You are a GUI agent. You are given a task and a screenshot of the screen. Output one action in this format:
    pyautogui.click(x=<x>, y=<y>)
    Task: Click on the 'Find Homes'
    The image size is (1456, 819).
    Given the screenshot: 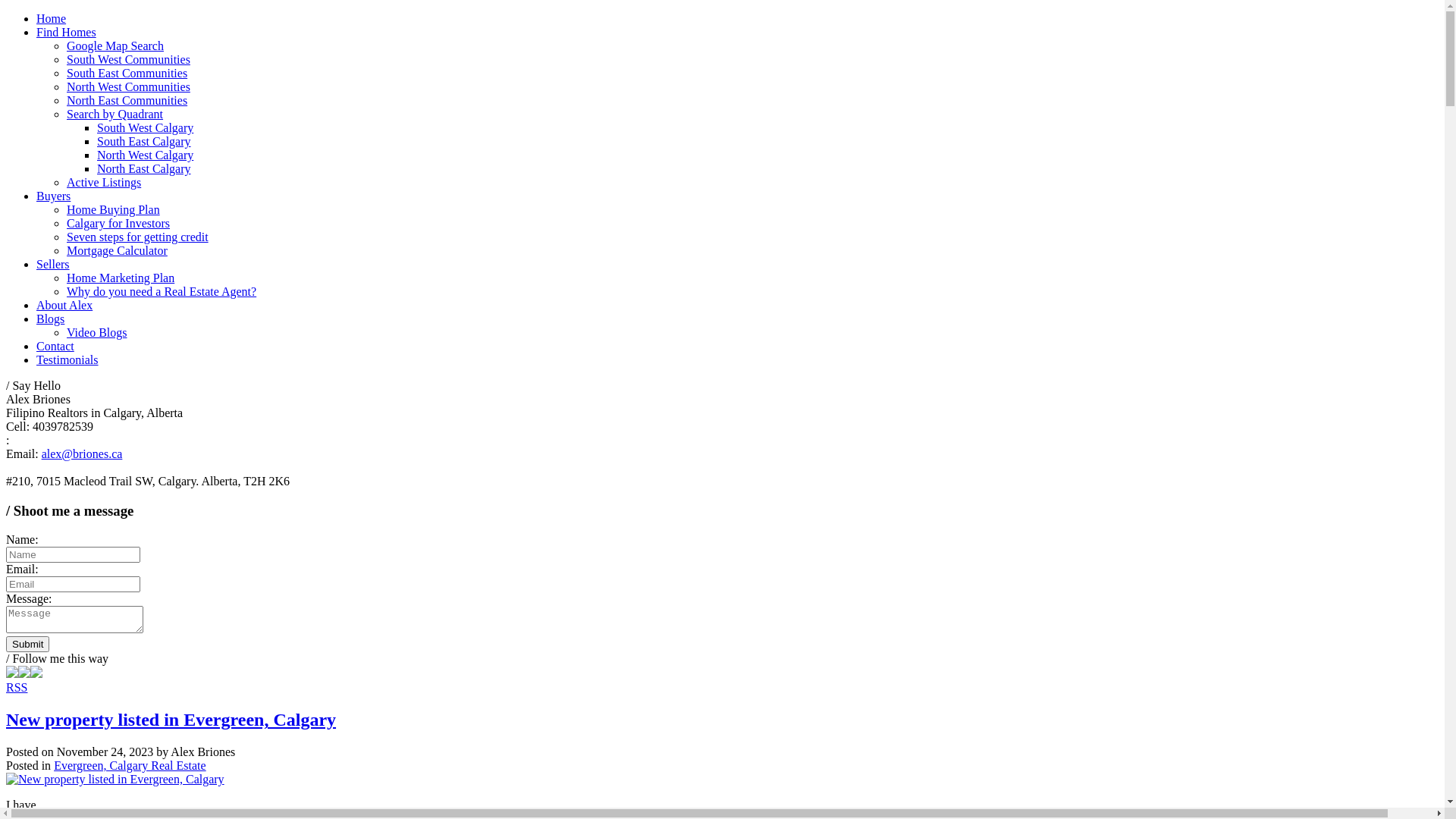 What is the action you would take?
    pyautogui.click(x=65, y=32)
    